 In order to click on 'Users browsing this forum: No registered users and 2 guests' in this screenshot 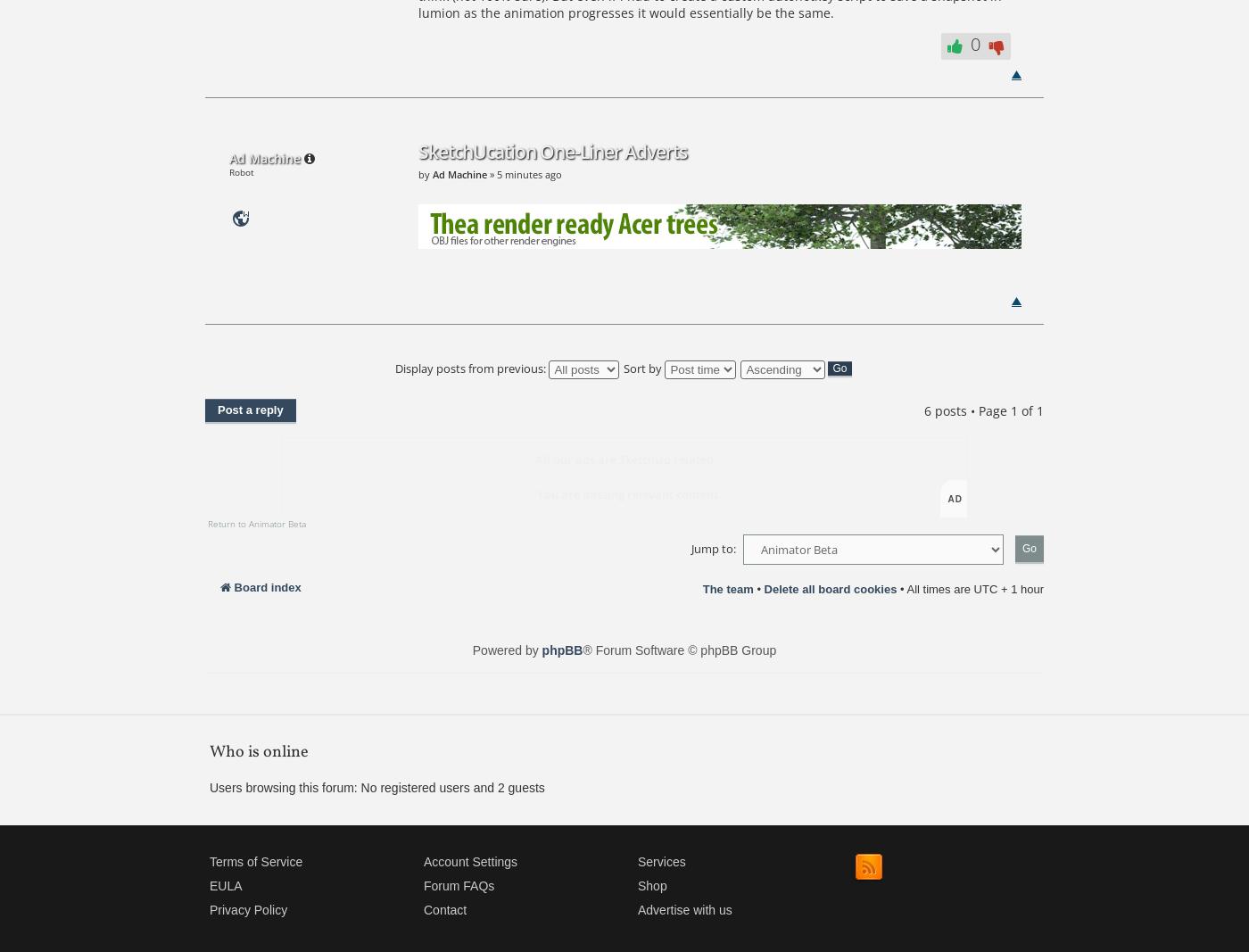, I will do `click(209, 787)`.